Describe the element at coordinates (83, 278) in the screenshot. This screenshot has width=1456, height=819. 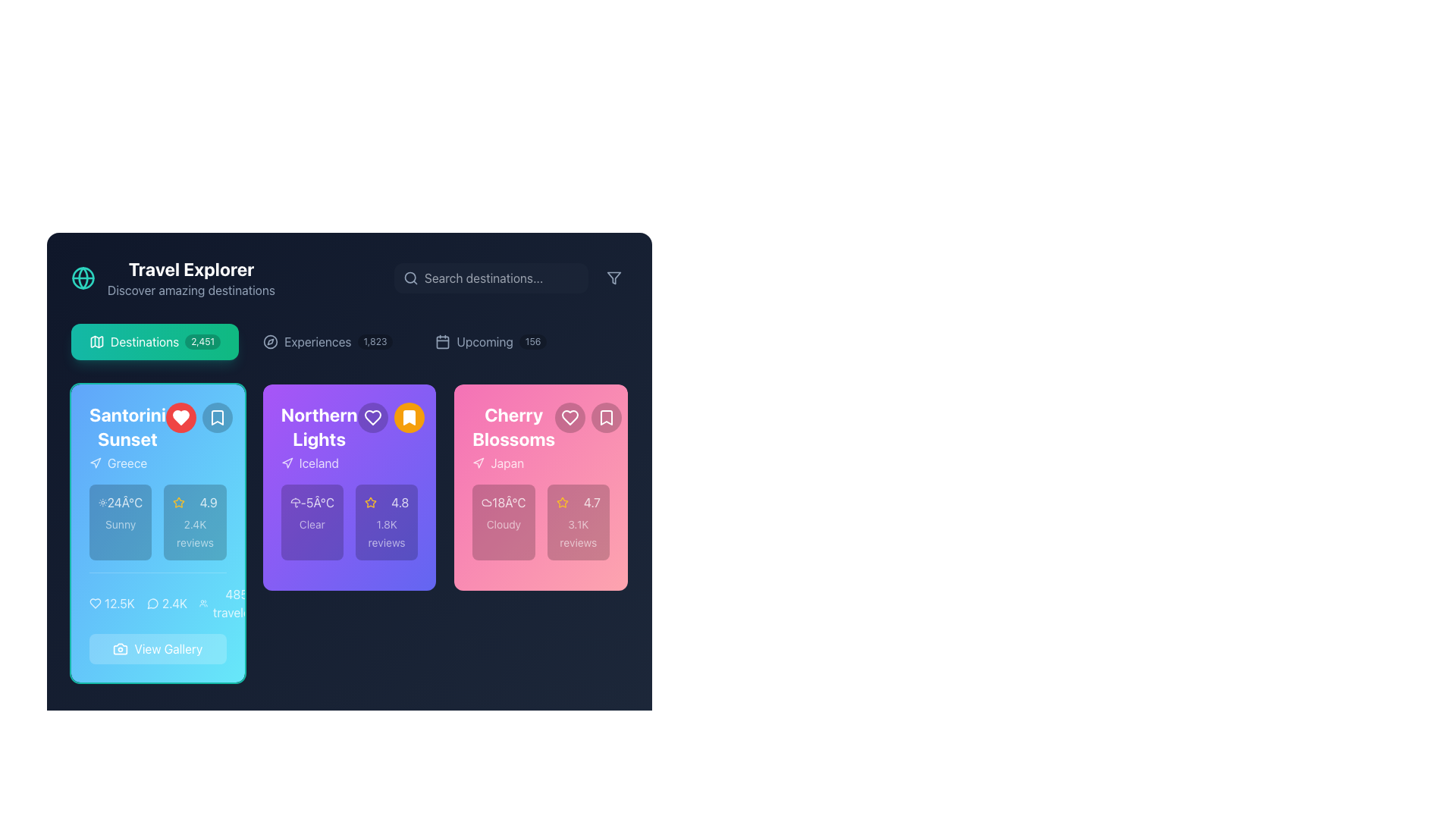
I see `the teal globe icon with minimalist line art style located to the left of the 'Travel Explorer' title` at that location.